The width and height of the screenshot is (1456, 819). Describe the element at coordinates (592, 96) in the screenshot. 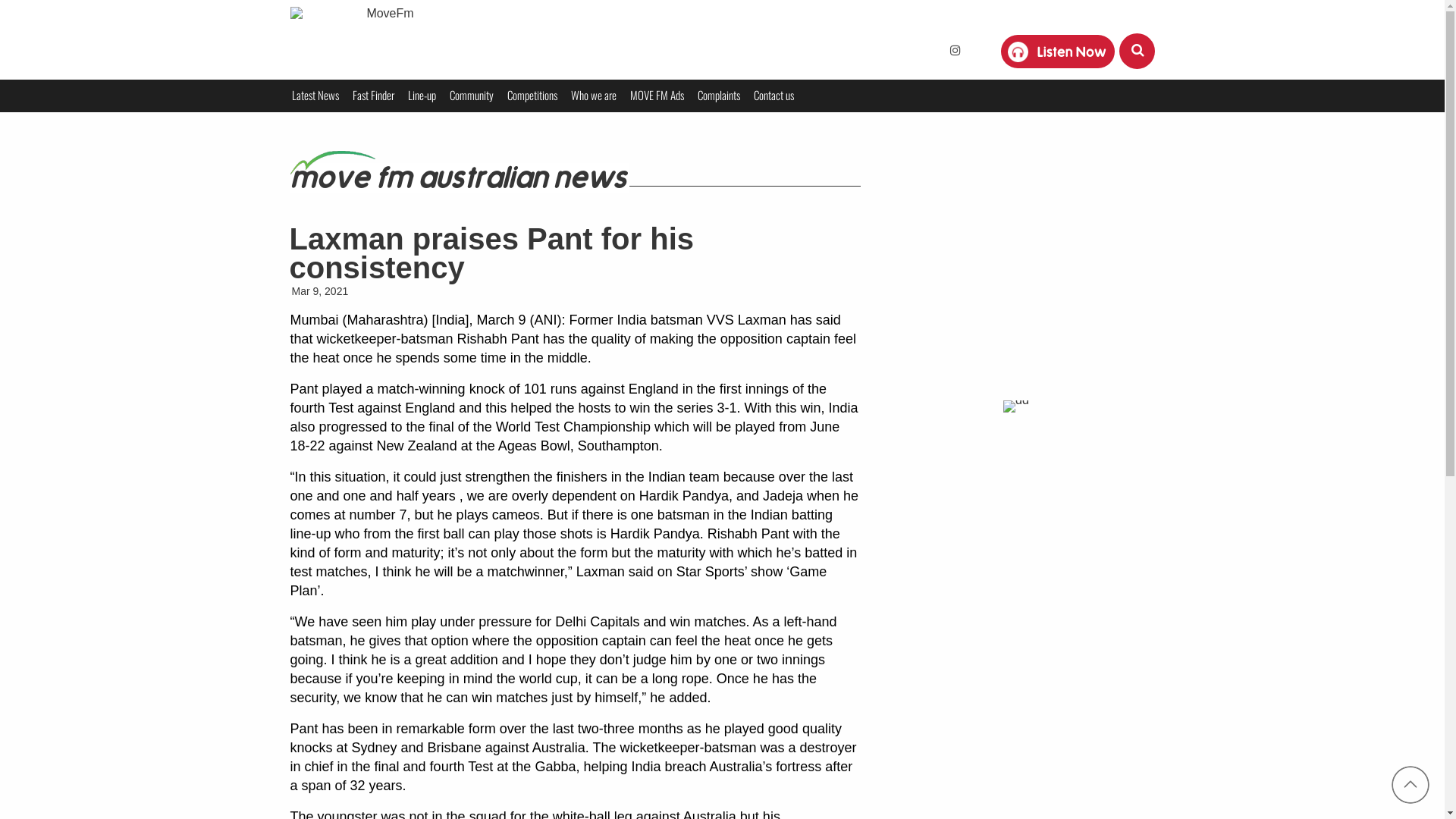

I see `'Who we are'` at that location.